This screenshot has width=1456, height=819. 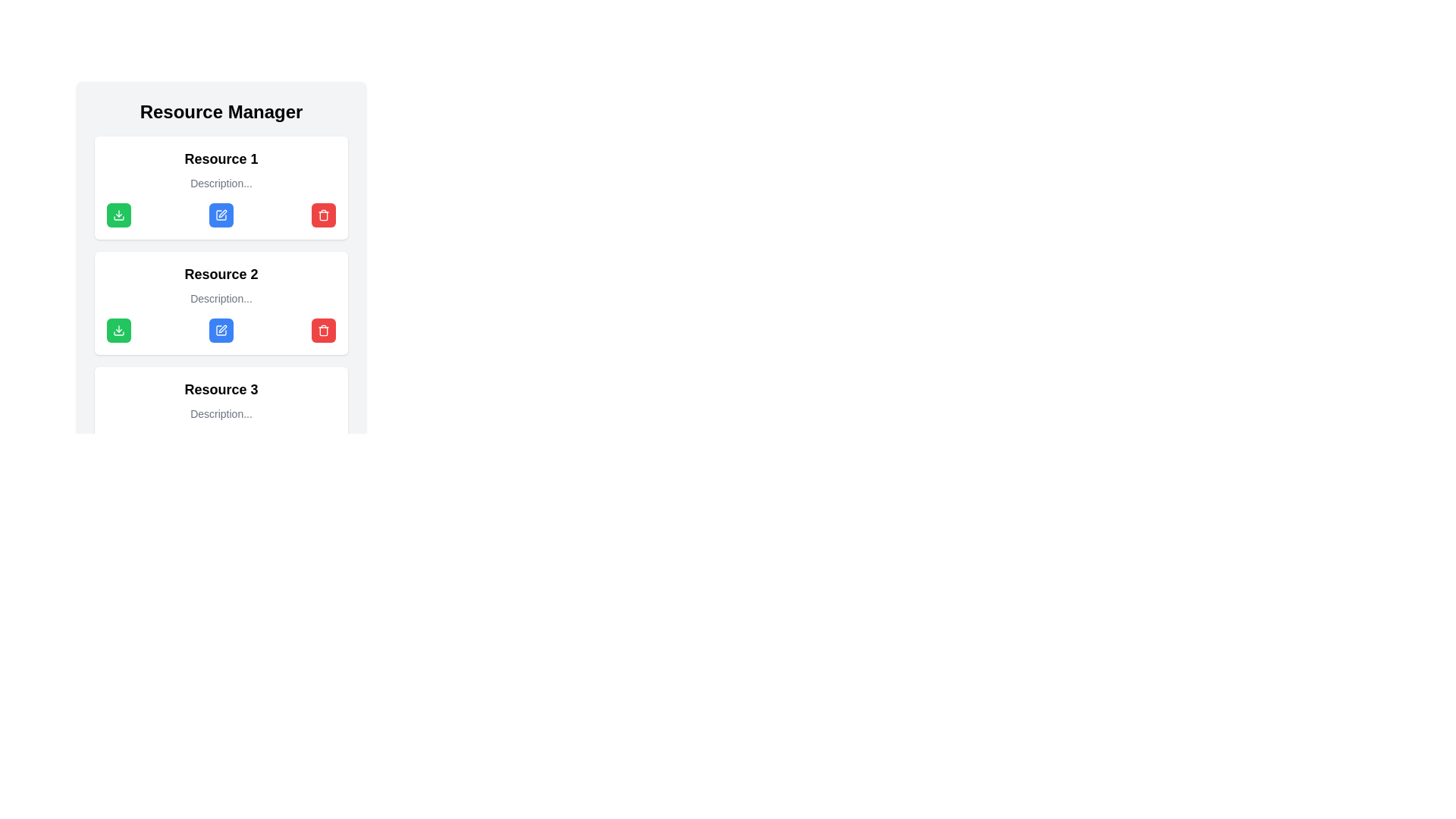 I want to click on the second interactive button with an icon for editing details of Resource 2, located centrally between a green button and a red button, in the second row of buttons, so click(x=221, y=329).